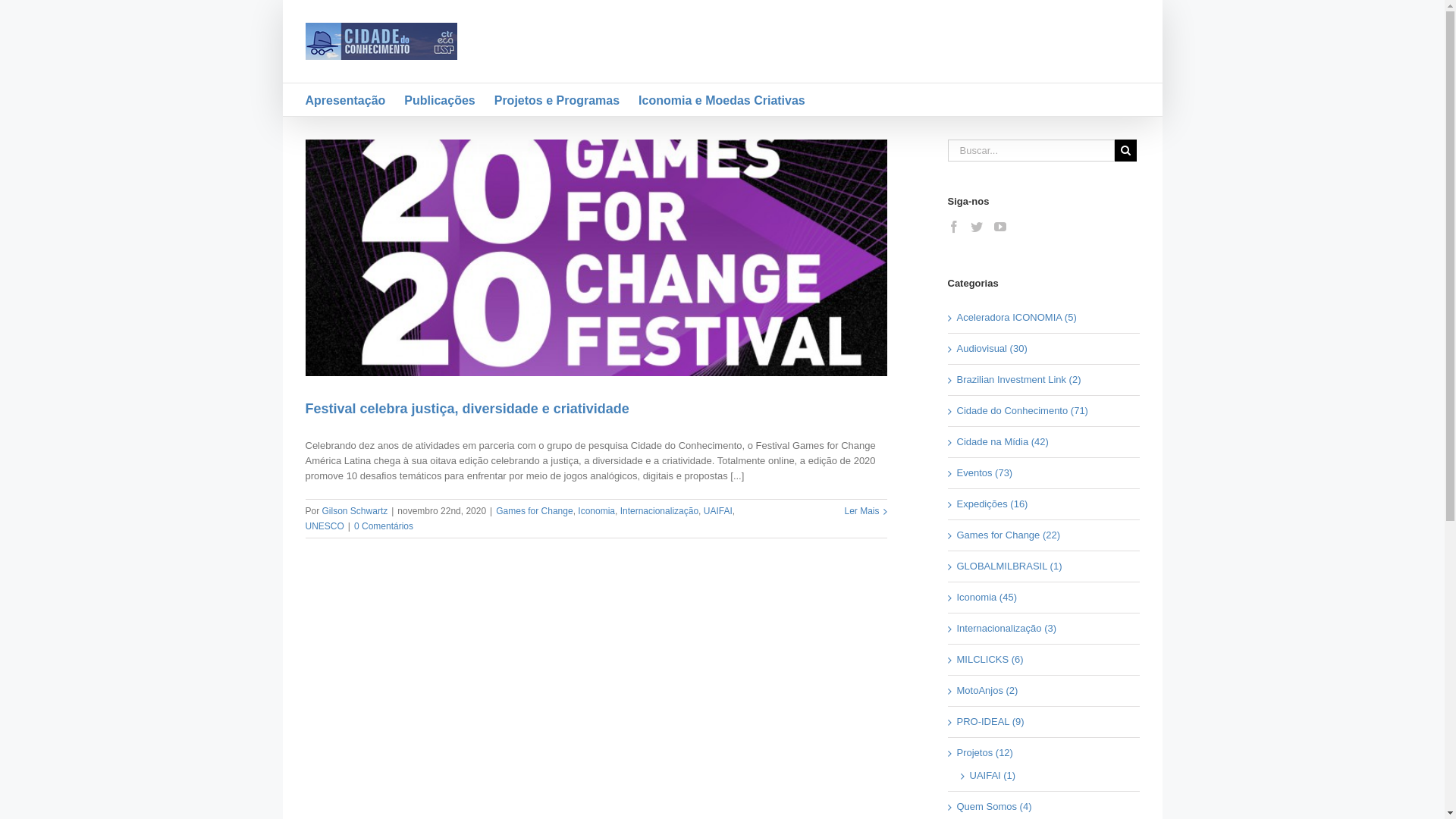 This screenshot has height=819, width=1456. I want to click on 'UAIFAI', so click(717, 511).